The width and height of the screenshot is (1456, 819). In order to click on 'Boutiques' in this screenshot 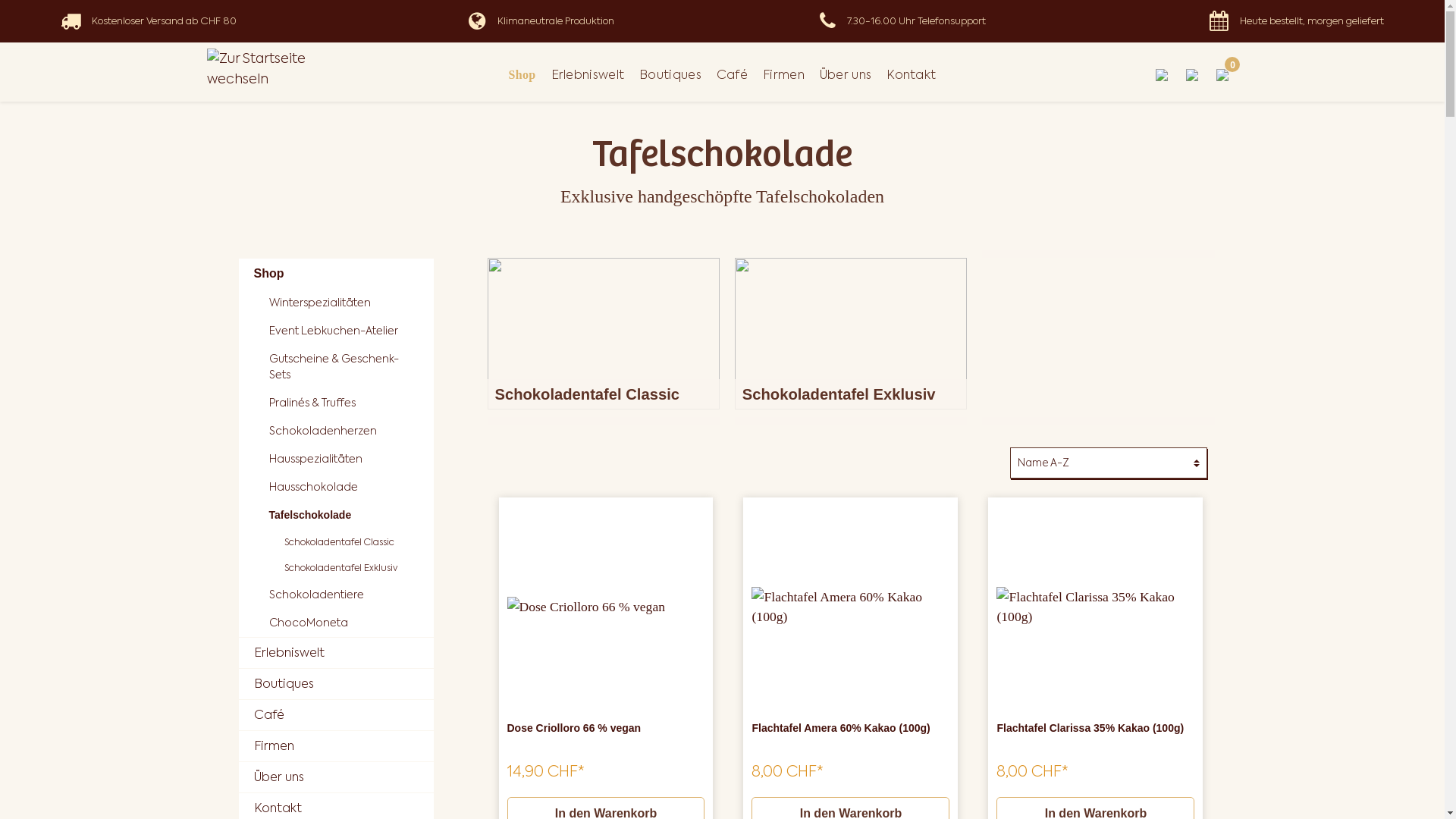, I will do `click(334, 684)`.